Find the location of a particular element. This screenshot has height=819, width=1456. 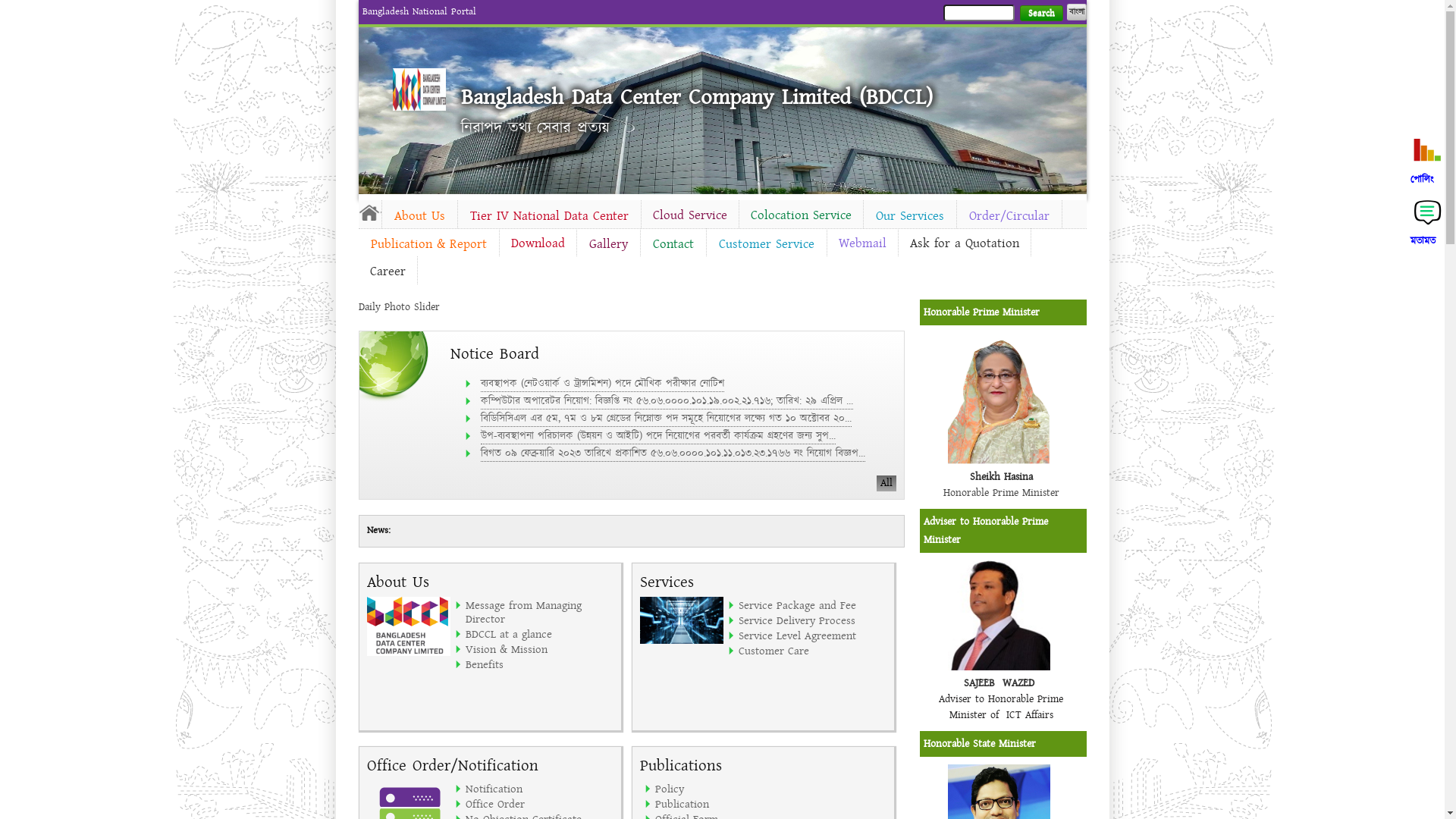

'Colocation Service' is located at coordinates (739, 215).